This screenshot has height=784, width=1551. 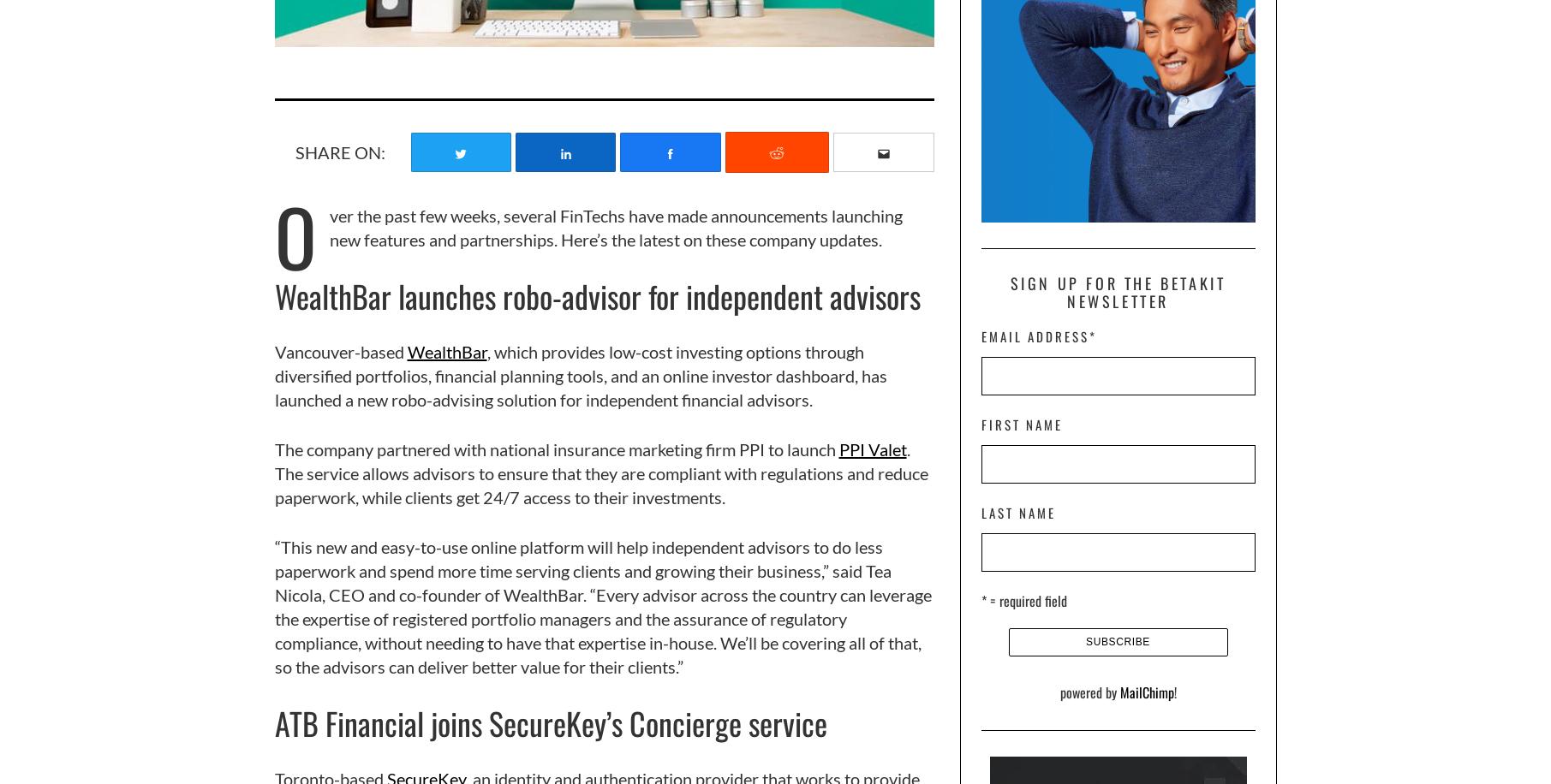 I want to click on '*', so click(x=1092, y=335).